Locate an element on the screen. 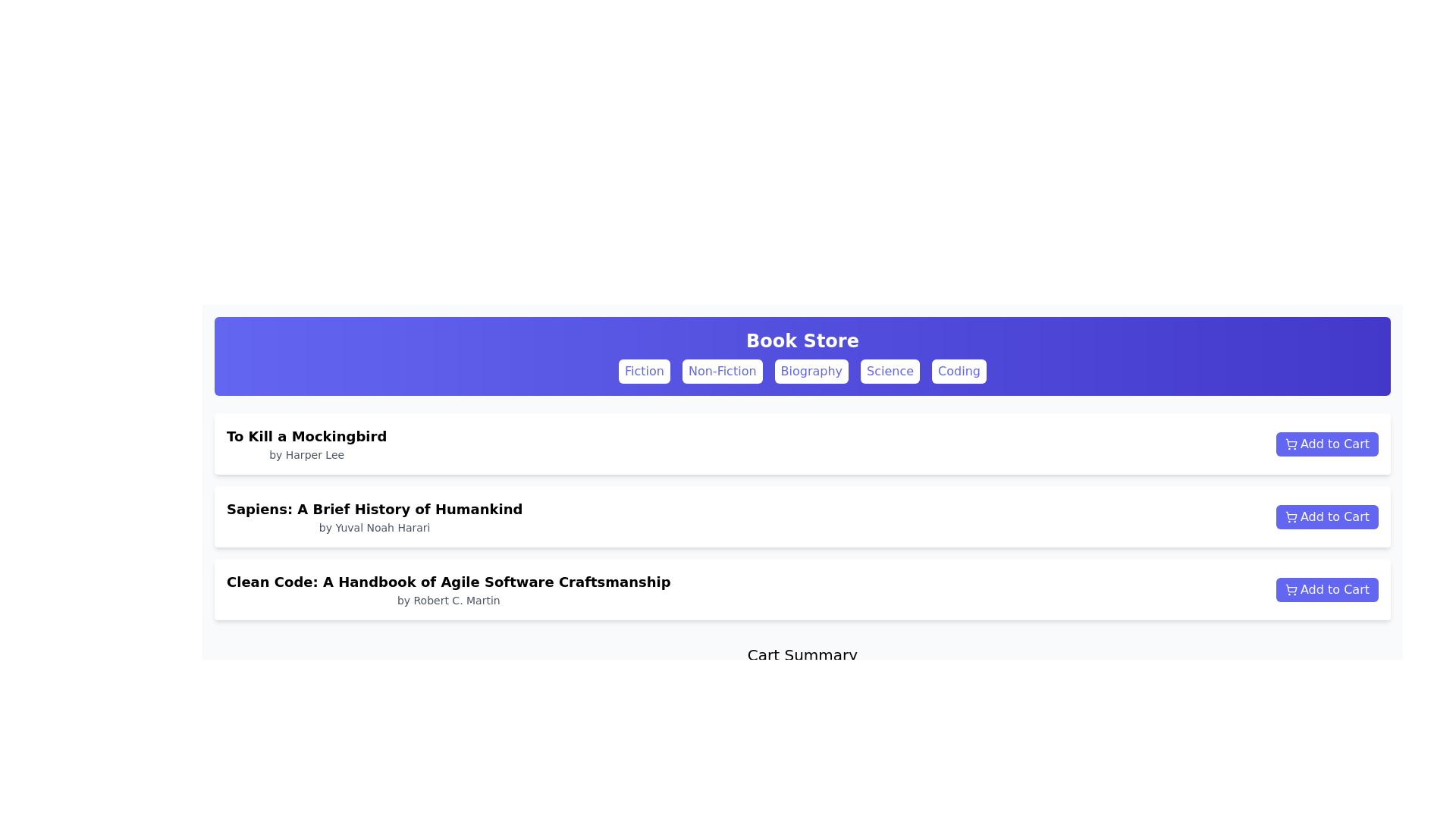 Image resolution: width=1456 pixels, height=819 pixels. the small shopping cart icon located within the 'Add to Cart' button at the far right of the third row in the list is located at coordinates (1291, 589).